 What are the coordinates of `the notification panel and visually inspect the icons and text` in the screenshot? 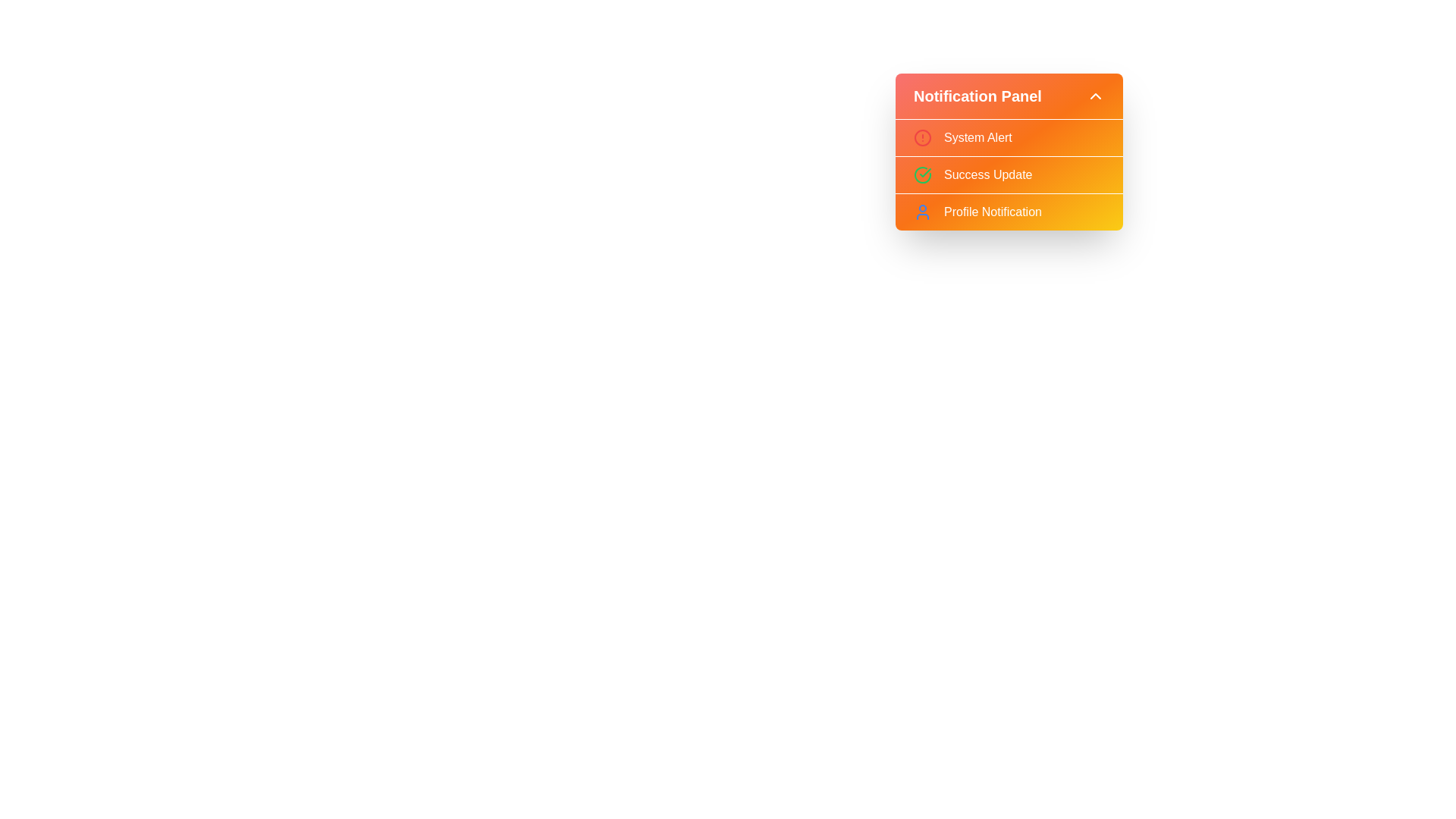 It's located at (1009, 174).